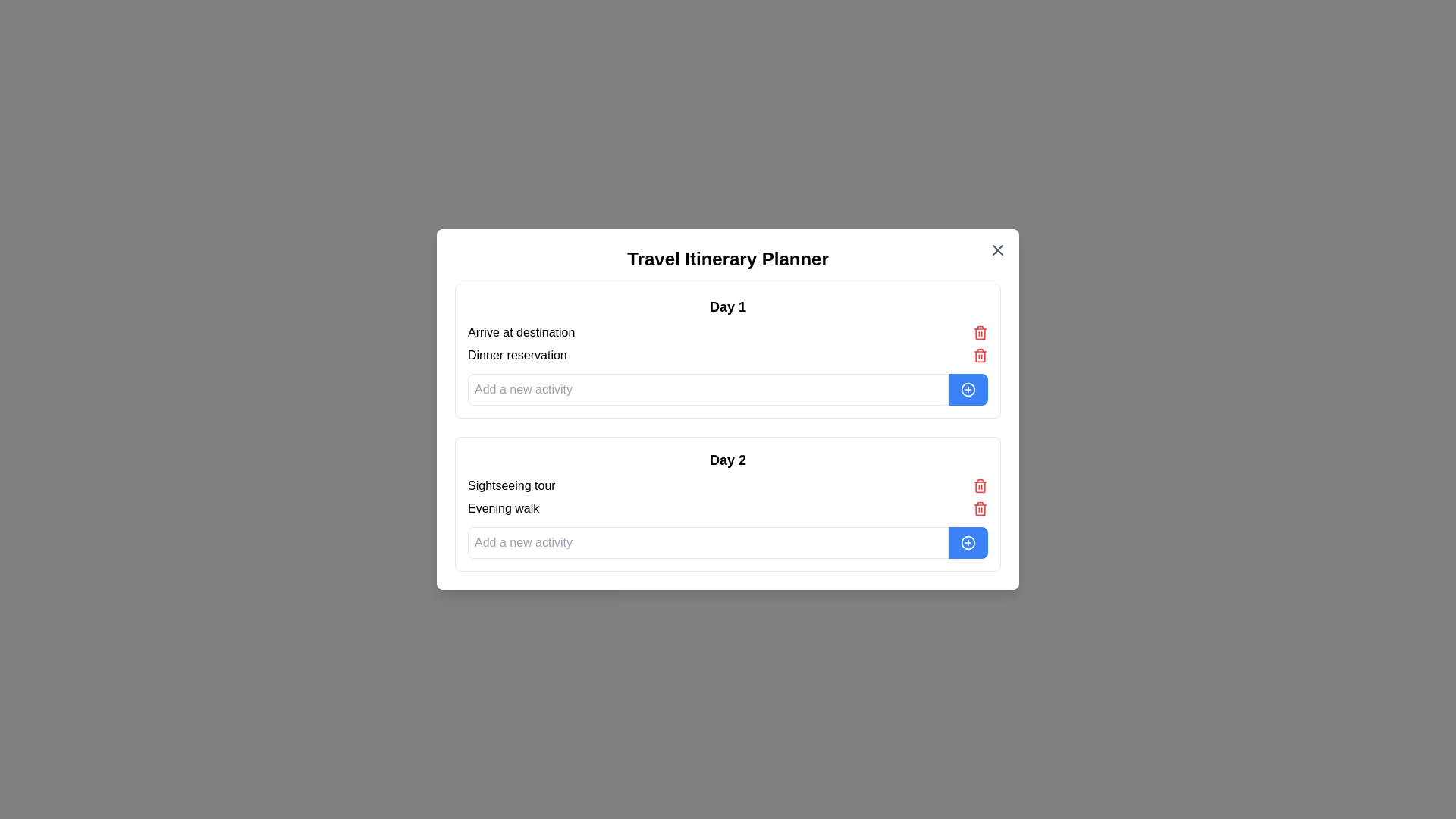 This screenshot has height=819, width=1456. I want to click on the button positioned to the immediate right of the 'Add a new activity' input field in the 'Day 1' section of the 'Travel Itinerary Planner', so click(967, 388).